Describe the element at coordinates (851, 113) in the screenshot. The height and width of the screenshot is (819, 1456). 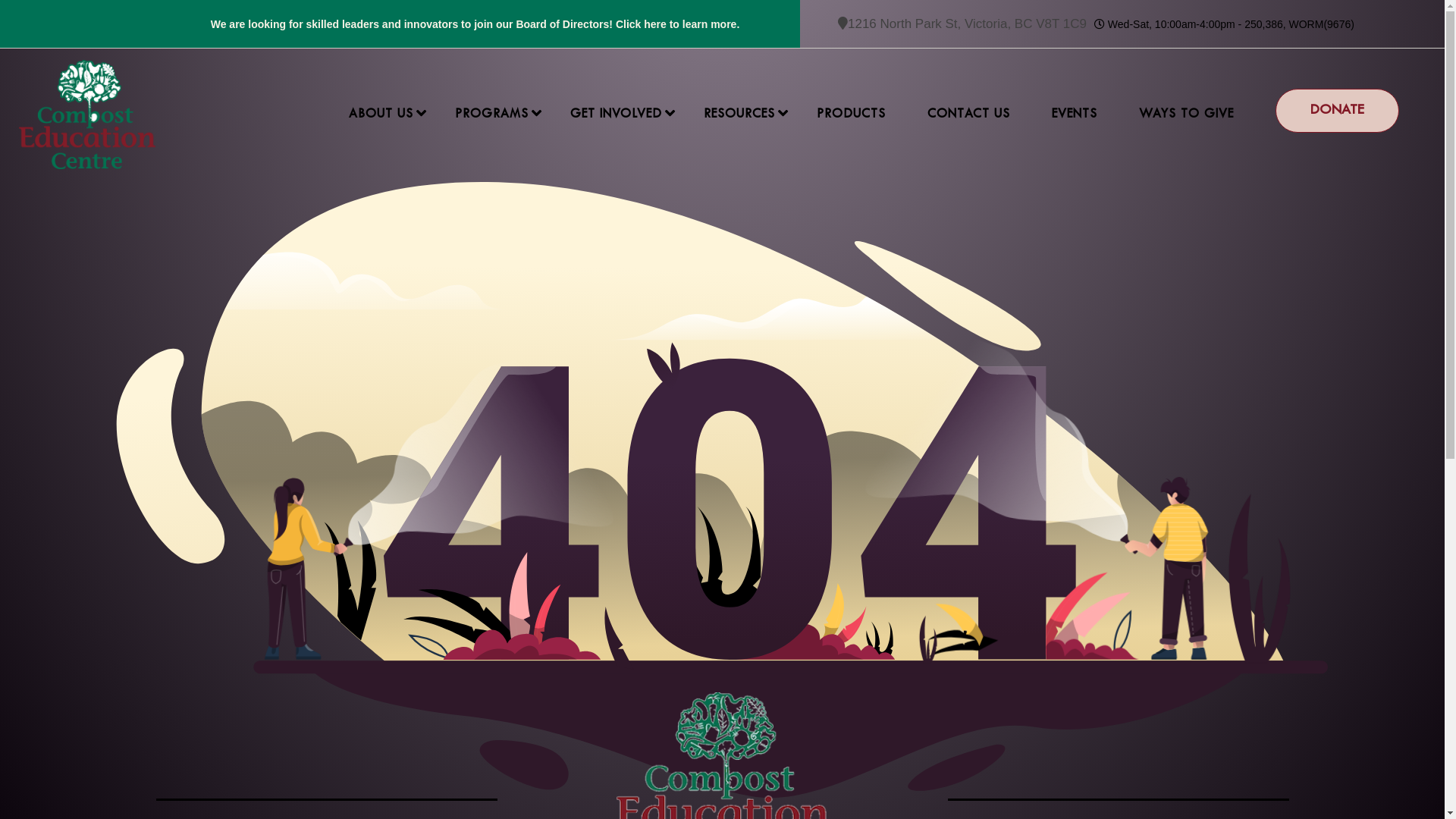
I see `'PRODUCTS'` at that location.